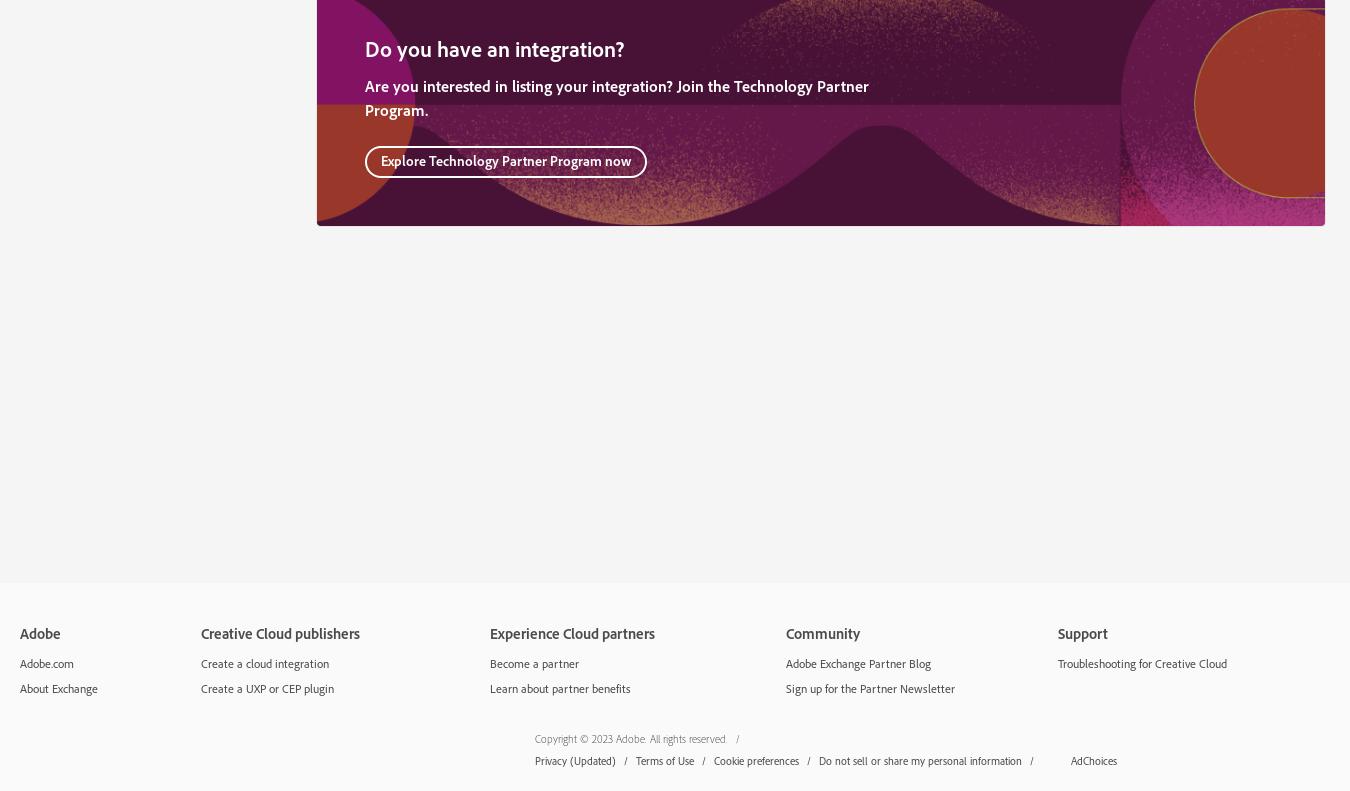 This screenshot has height=791, width=1350. Describe the element at coordinates (279, 633) in the screenshot. I see `'Creative Cloud publishers'` at that location.